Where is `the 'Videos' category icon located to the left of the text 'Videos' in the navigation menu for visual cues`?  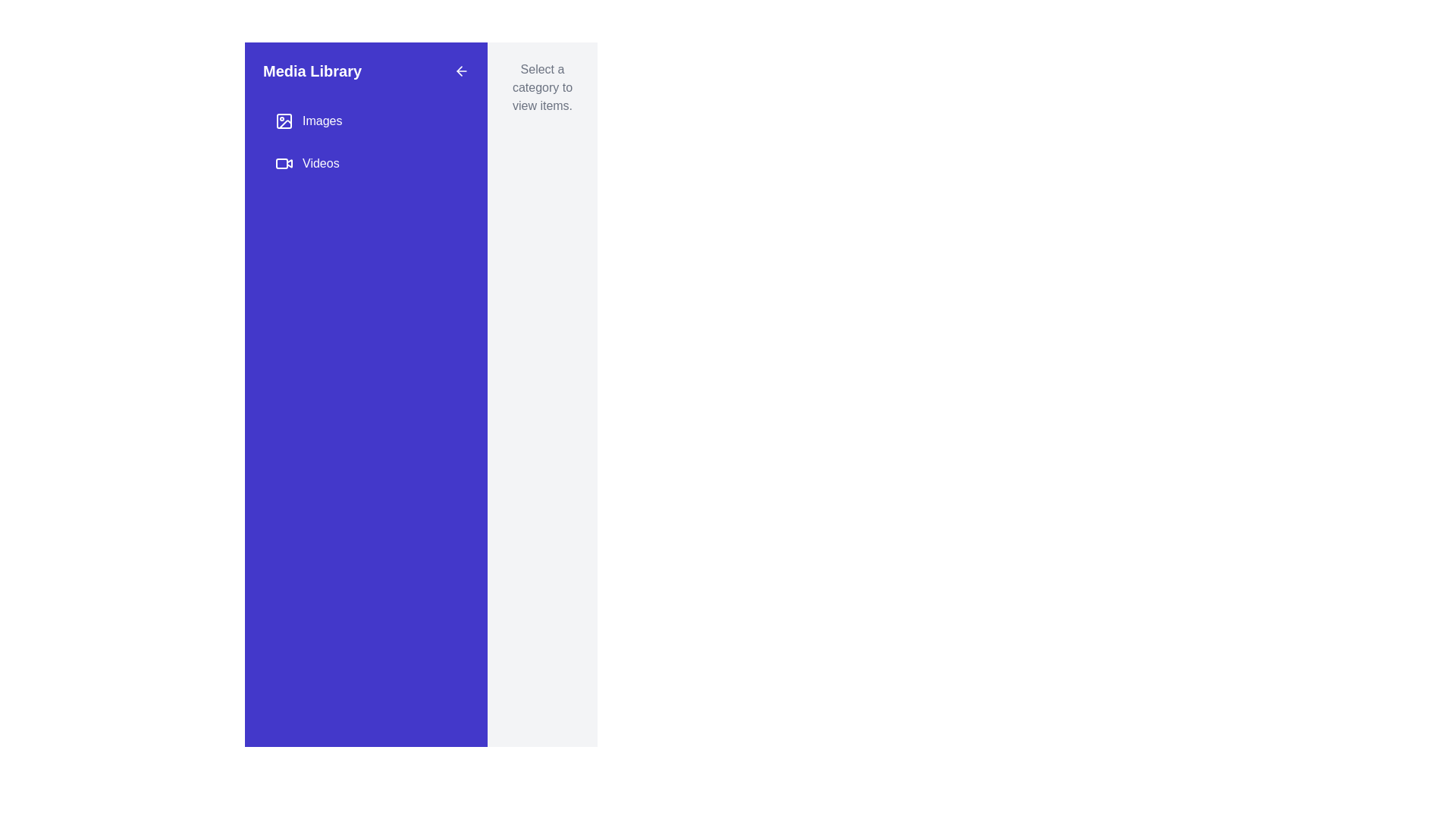 the 'Videos' category icon located to the left of the text 'Videos' in the navigation menu for visual cues is located at coordinates (284, 164).